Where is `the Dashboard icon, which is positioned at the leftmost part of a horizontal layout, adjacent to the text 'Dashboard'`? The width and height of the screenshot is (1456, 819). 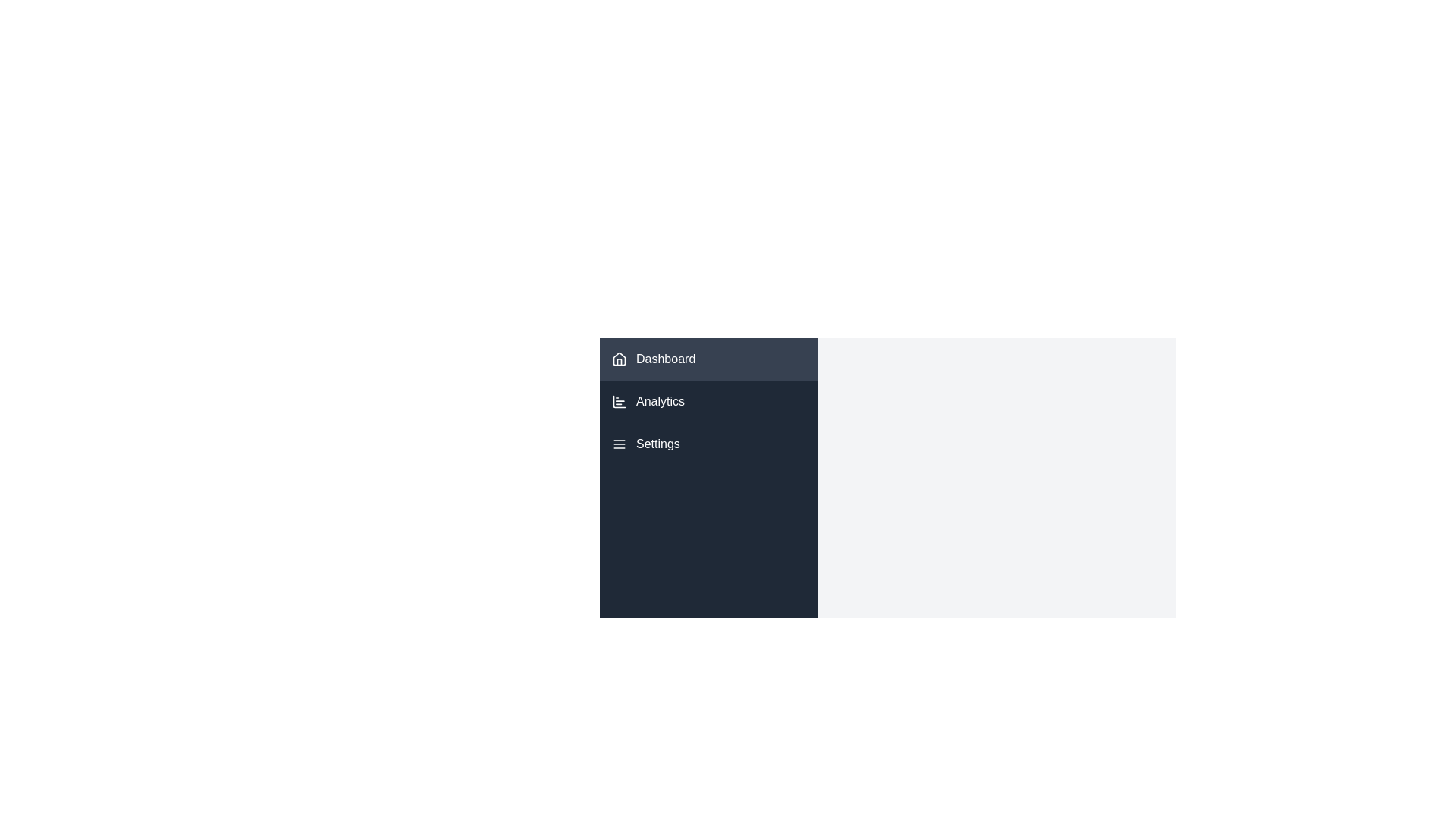 the Dashboard icon, which is positioned at the leftmost part of a horizontal layout, adjacent to the text 'Dashboard' is located at coordinates (619, 359).